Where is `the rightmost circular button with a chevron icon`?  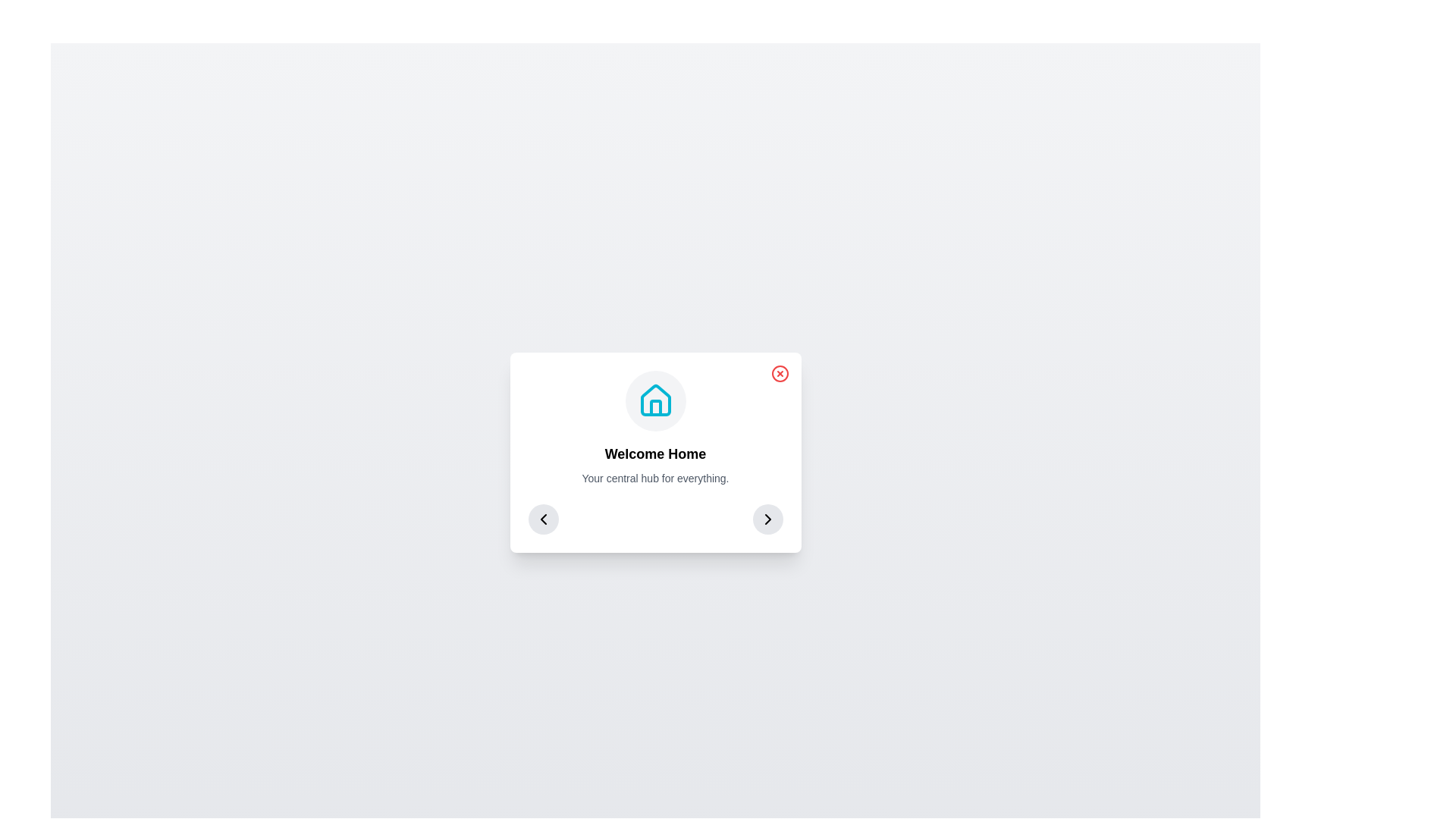
the rightmost circular button with a chevron icon is located at coordinates (767, 519).